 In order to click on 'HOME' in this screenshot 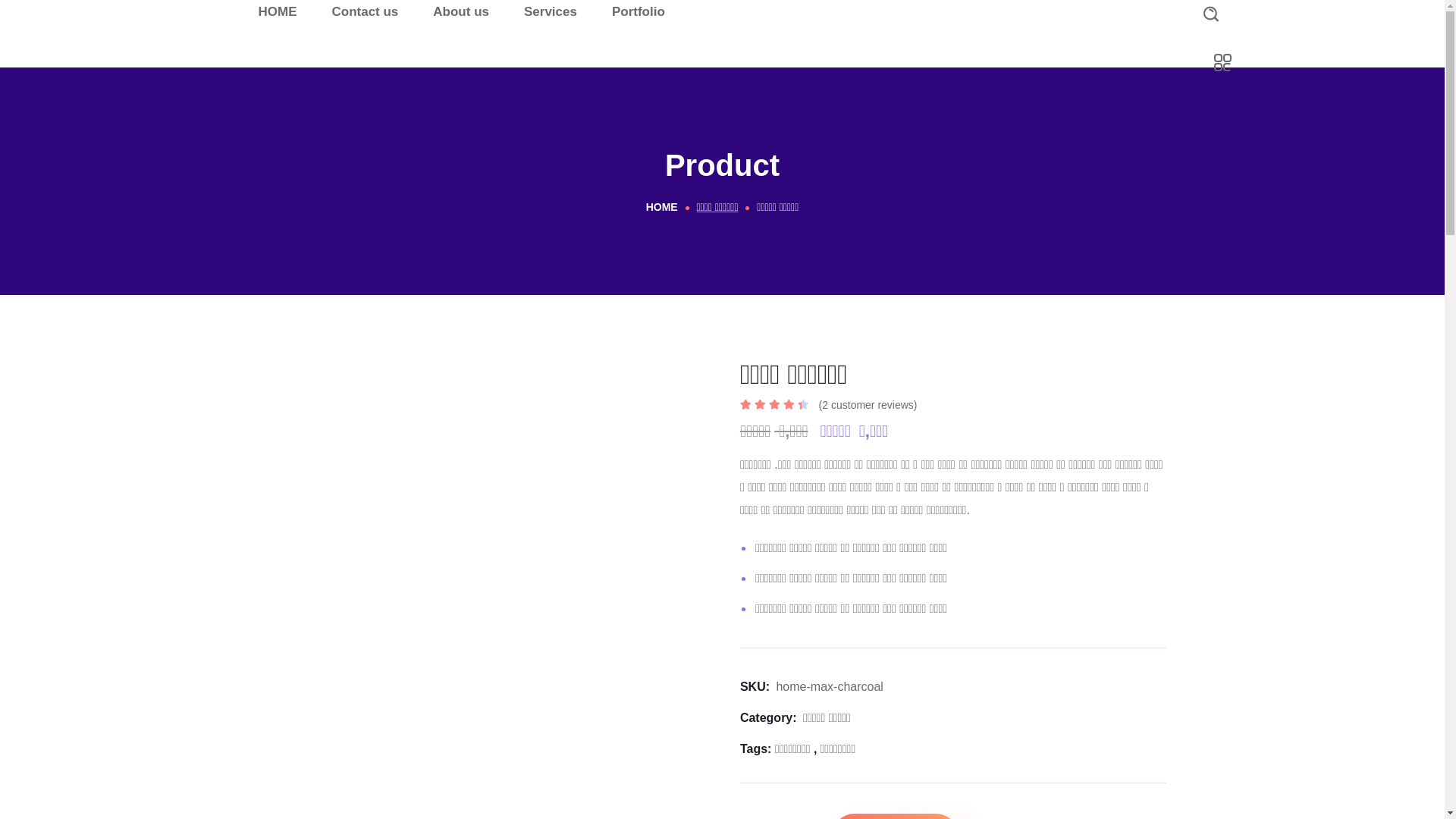, I will do `click(277, 11)`.